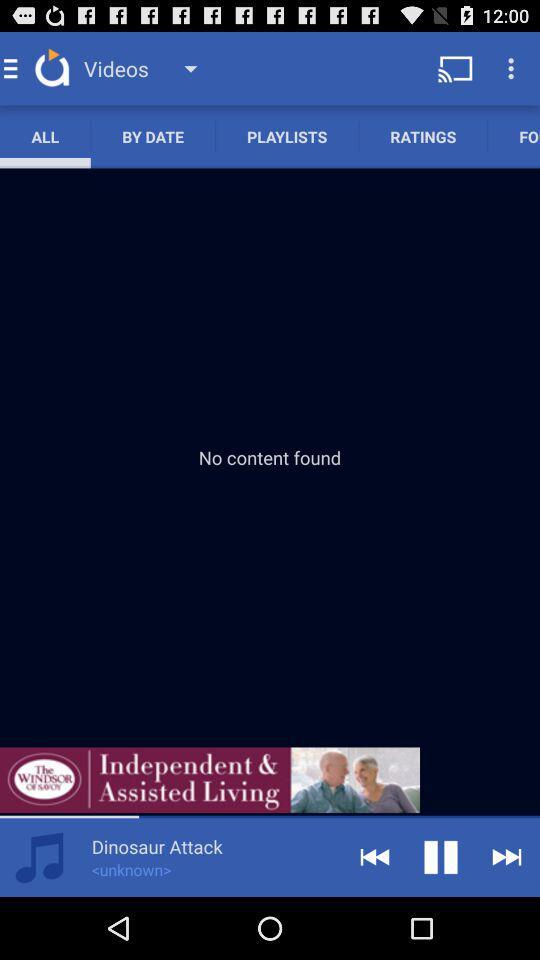 The height and width of the screenshot is (960, 540). What do you see at coordinates (374, 917) in the screenshot?
I see `the av_rewind icon` at bounding box center [374, 917].